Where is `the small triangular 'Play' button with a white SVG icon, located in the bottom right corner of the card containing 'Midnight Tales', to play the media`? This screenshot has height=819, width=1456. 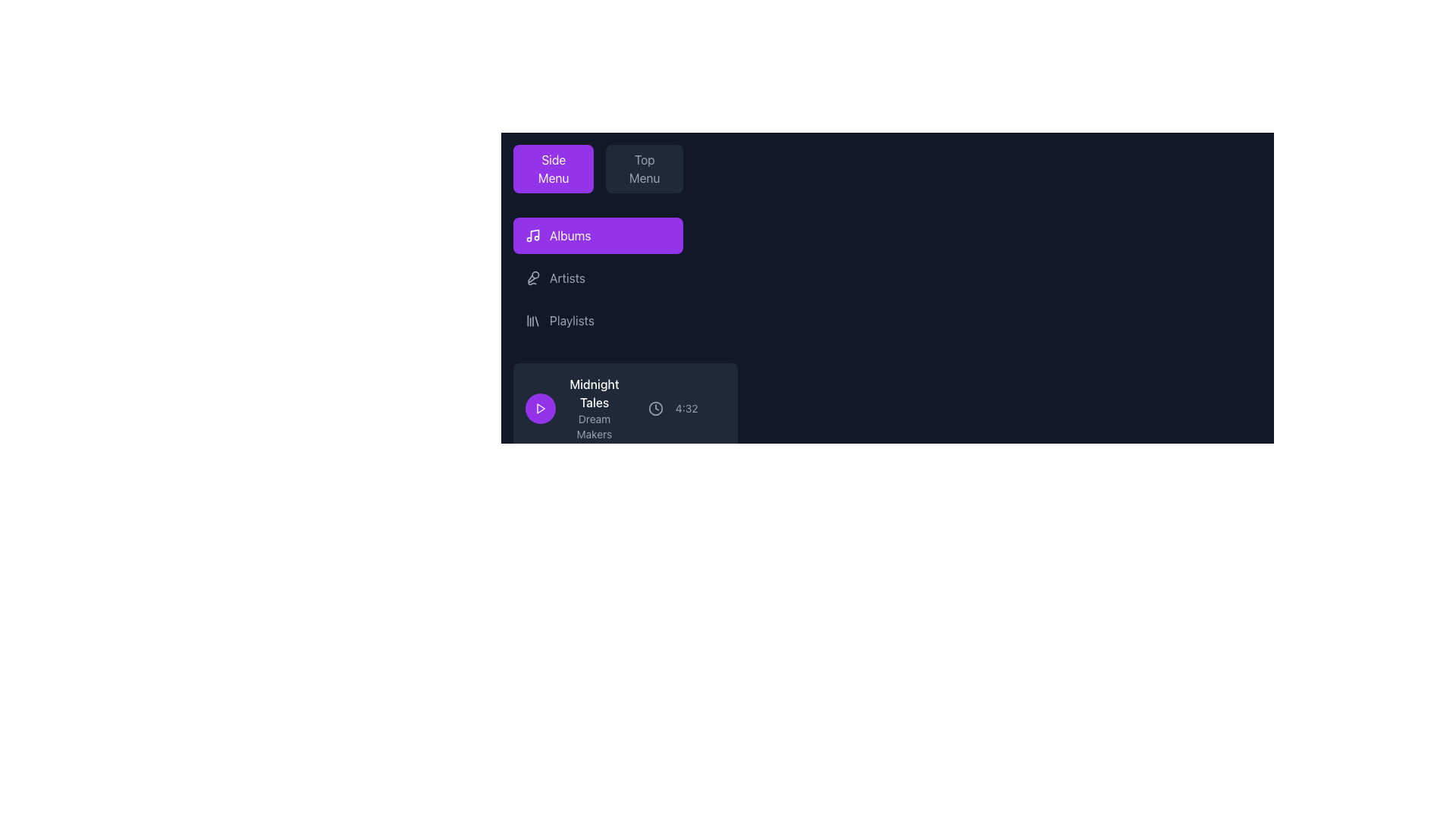
the small triangular 'Play' button with a white SVG icon, located in the bottom right corner of the card containing 'Midnight Tales', to play the media is located at coordinates (541, 408).